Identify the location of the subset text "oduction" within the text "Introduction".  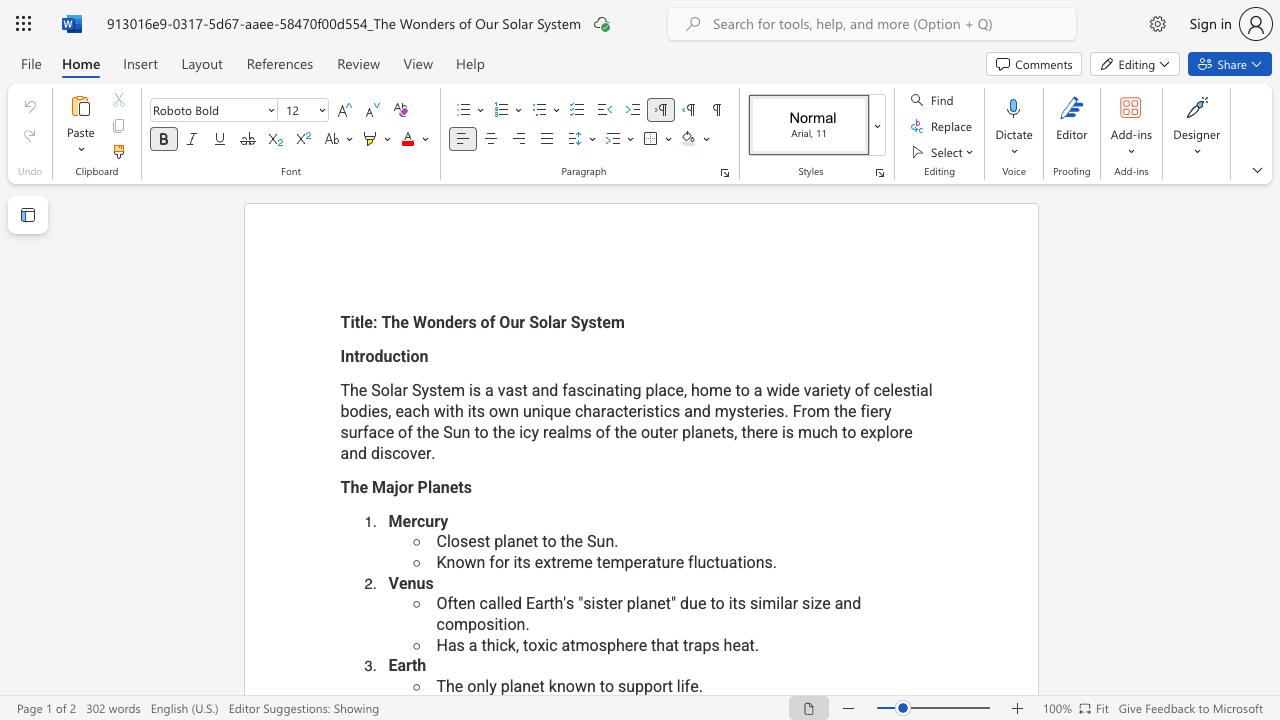
(365, 355).